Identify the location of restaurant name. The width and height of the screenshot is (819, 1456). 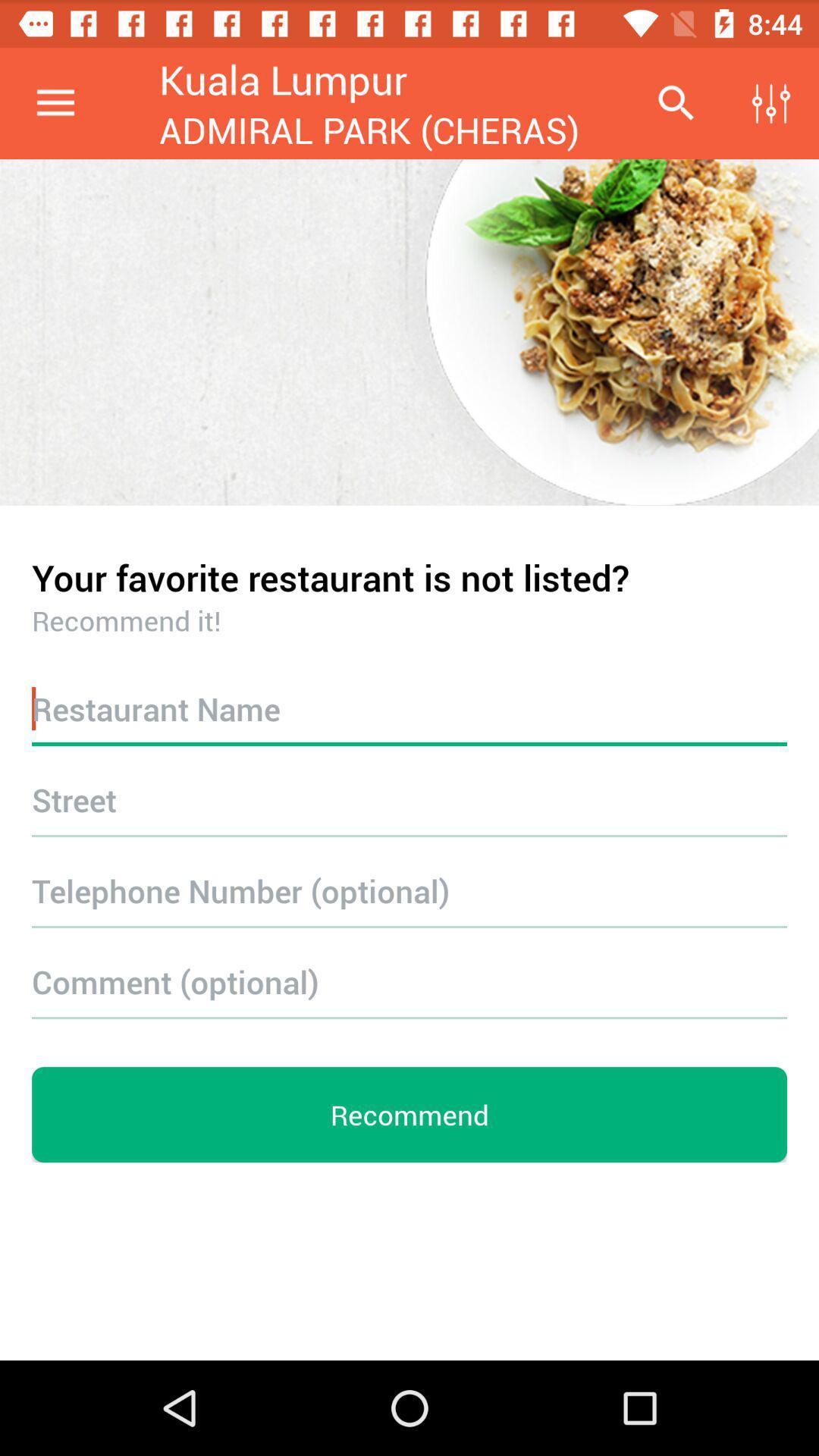
(409, 708).